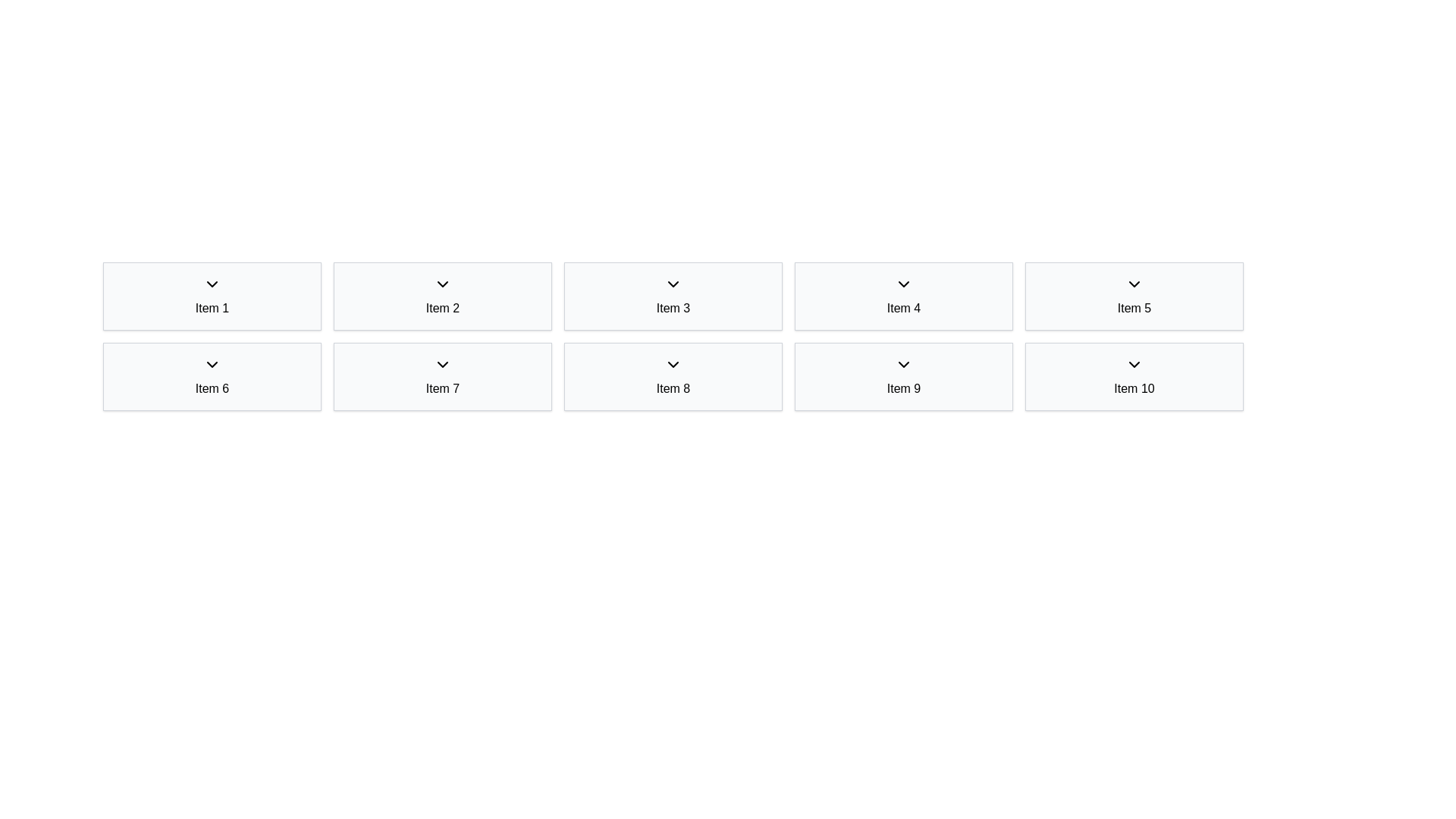 Image resolution: width=1456 pixels, height=819 pixels. What do you see at coordinates (442, 284) in the screenshot?
I see `the Chevron Down indicator icon located at the top-center of the card displaying 'Item 2'` at bounding box center [442, 284].